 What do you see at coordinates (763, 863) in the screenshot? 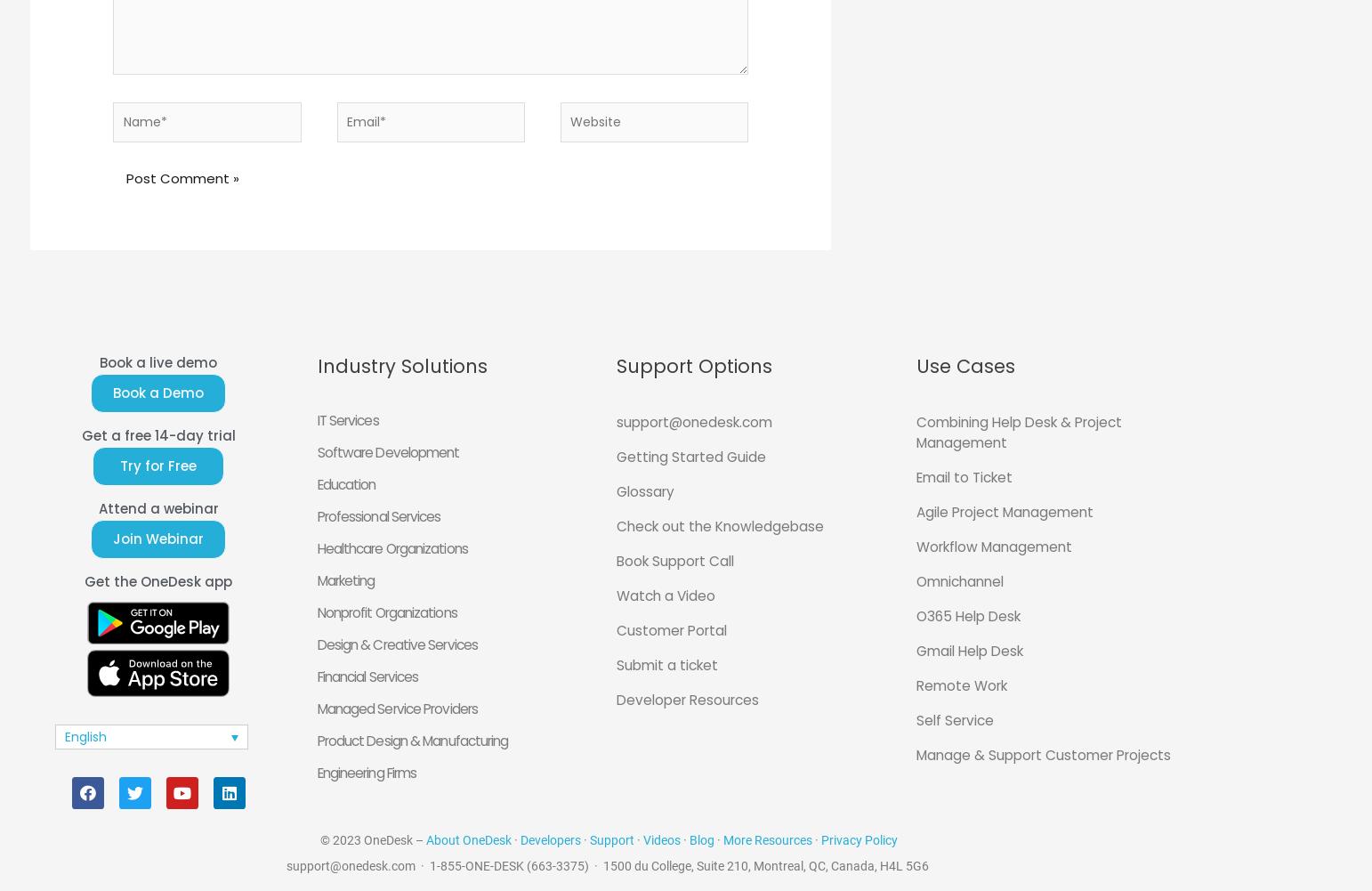
I see `'1500 du College, Suite 210, Montreal, QC, Canada, H4L 5G6'` at bounding box center [763, 863].